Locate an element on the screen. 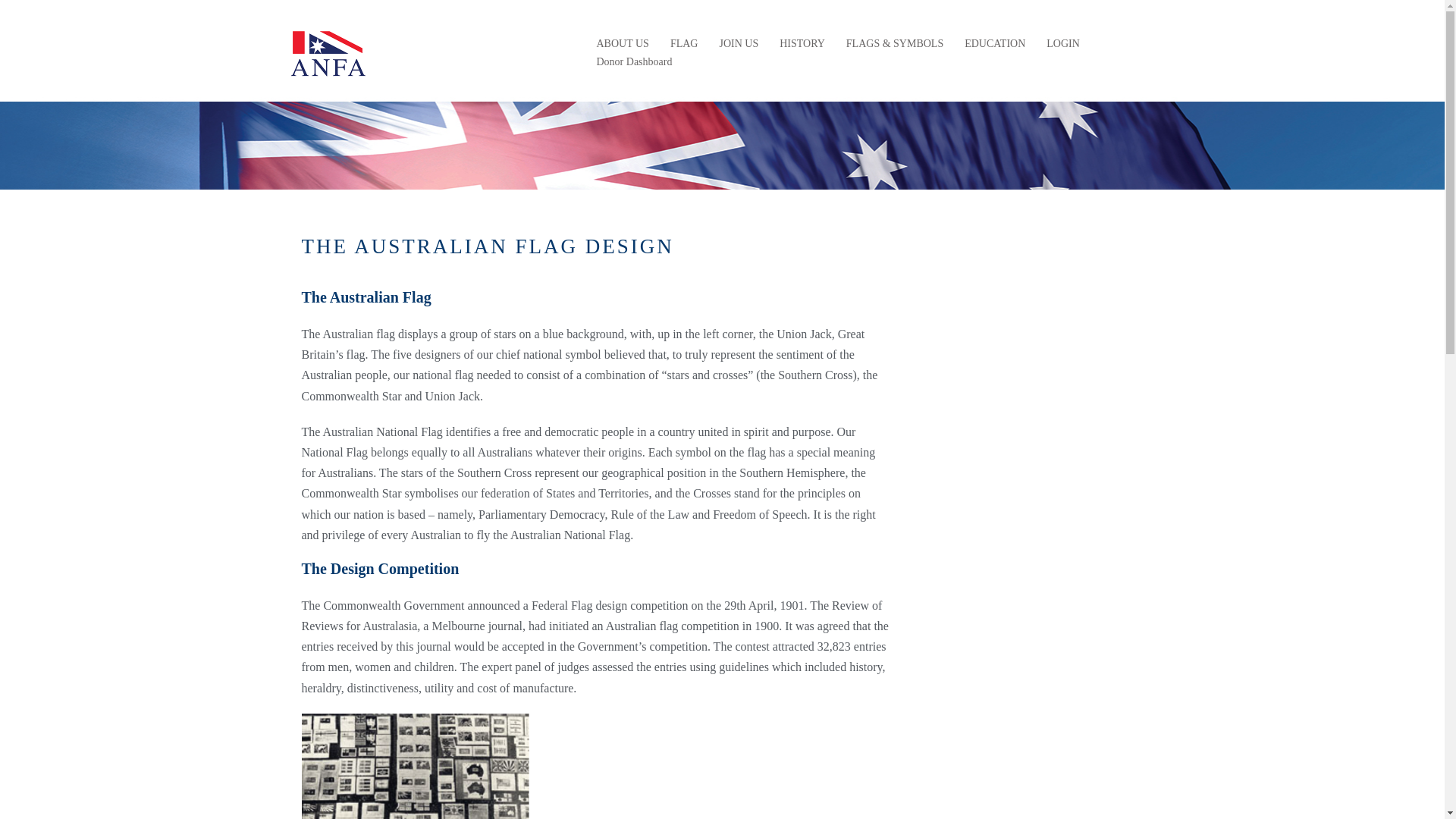 This screenshot has width=1456, height=819. 'EDUCATION' is located at coordinates (964, 42).